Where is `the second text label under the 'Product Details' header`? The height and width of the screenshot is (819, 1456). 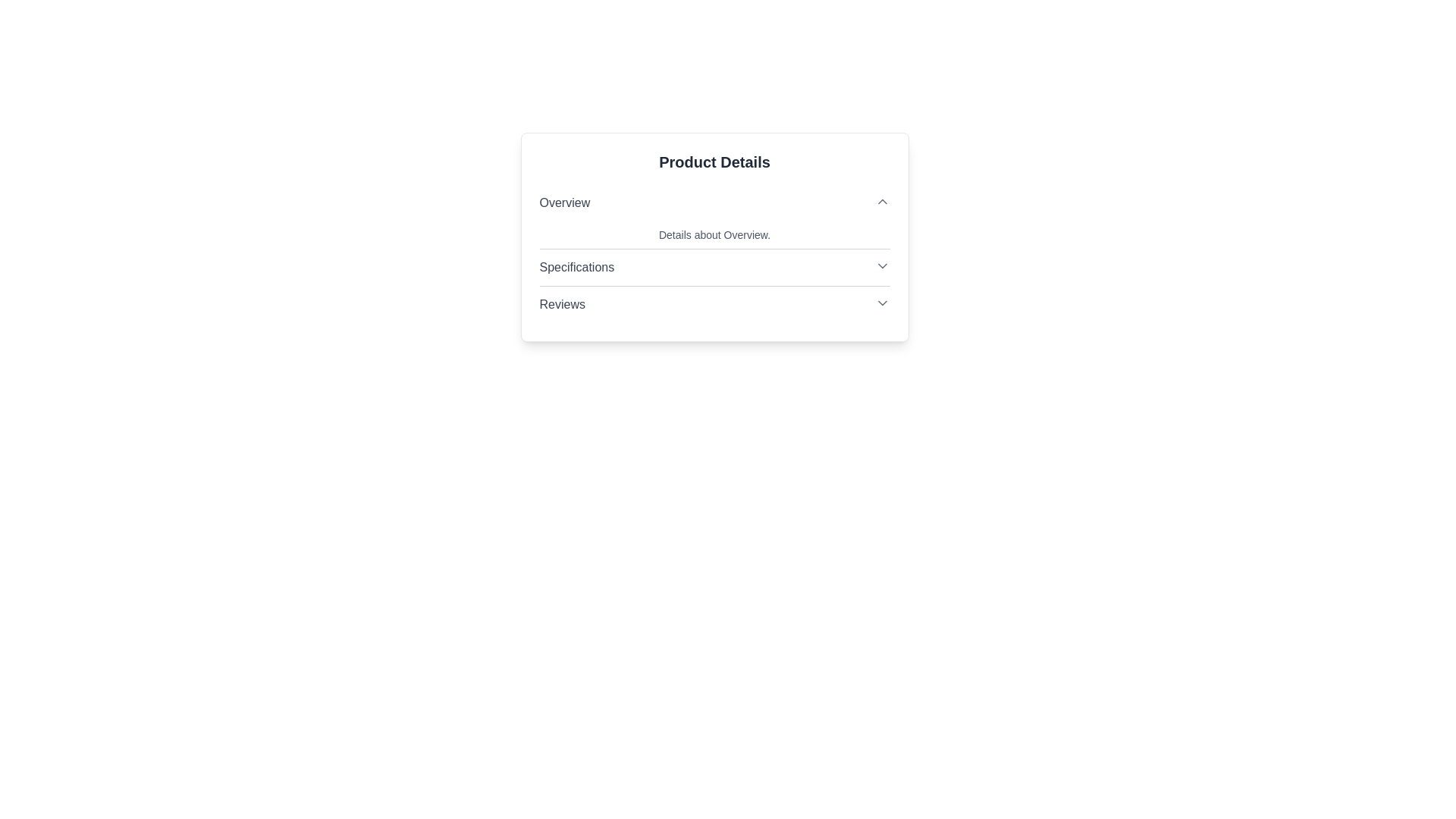
the second text label under the 'Product Details' header is located at coordinates (576, 267).